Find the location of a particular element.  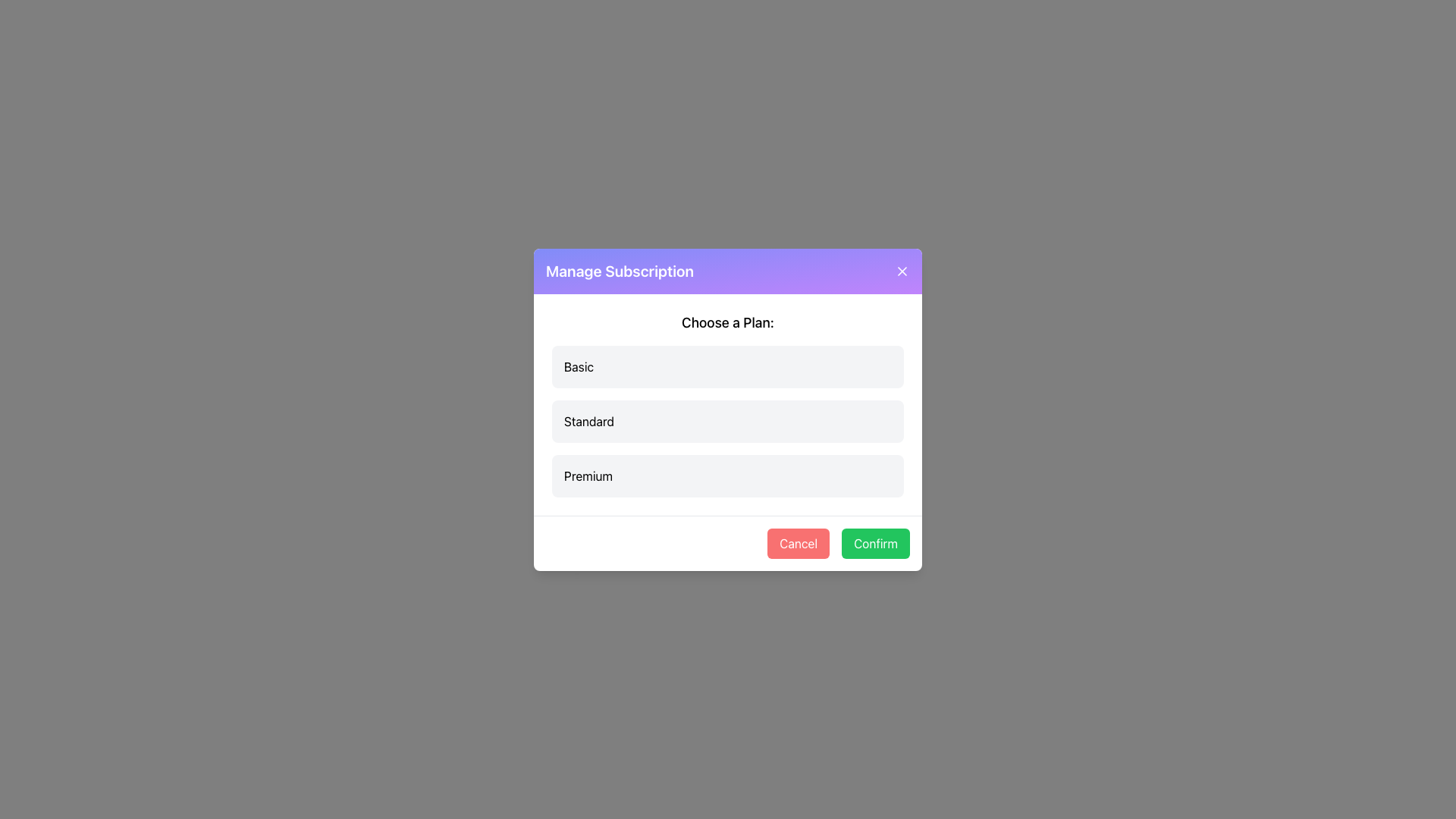

the second button labeled 'Standard' to confirm the selection of the Standard plan is located at coordinates (728, 421).